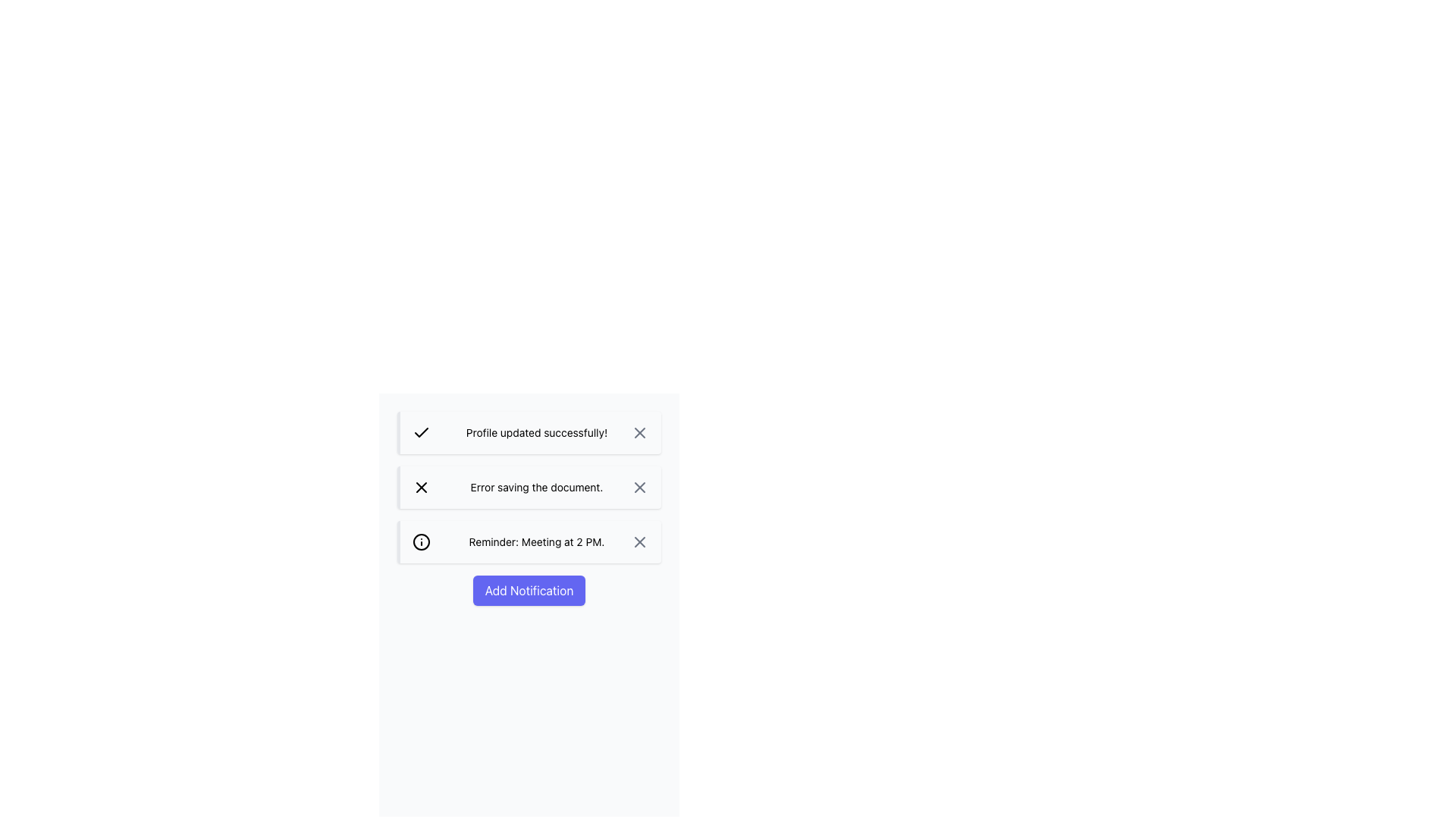 This screenshot has width=1456, height=819. What do you see at coordinates (640, 541) in the screenshot?
I see `the close button icon on the far-right of the notification box` at bounding box center [640, 541].